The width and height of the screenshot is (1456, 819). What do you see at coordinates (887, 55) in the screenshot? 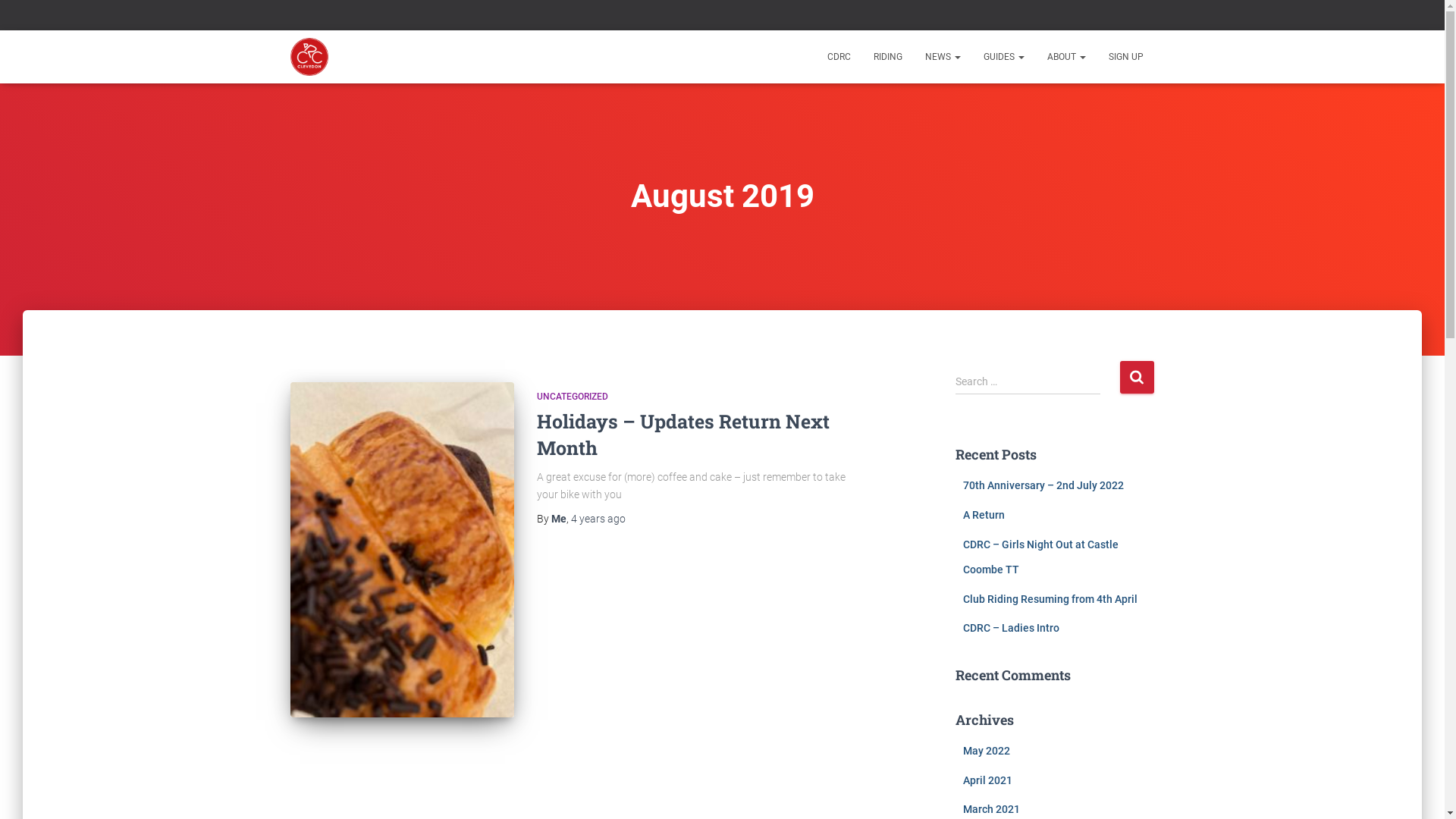
I see `'RIDING'` at bounding box center [887, 55].